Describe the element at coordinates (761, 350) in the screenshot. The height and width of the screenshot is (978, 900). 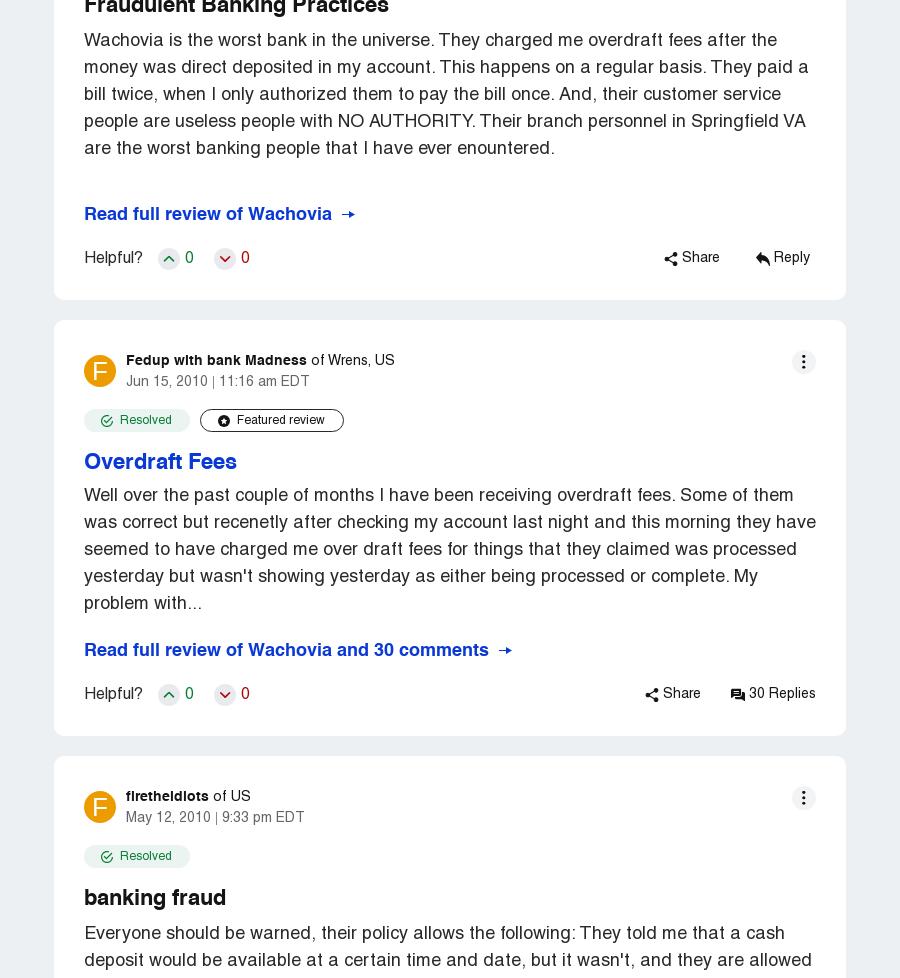
I see `'Red Mountain Weight Loss'` at that location.